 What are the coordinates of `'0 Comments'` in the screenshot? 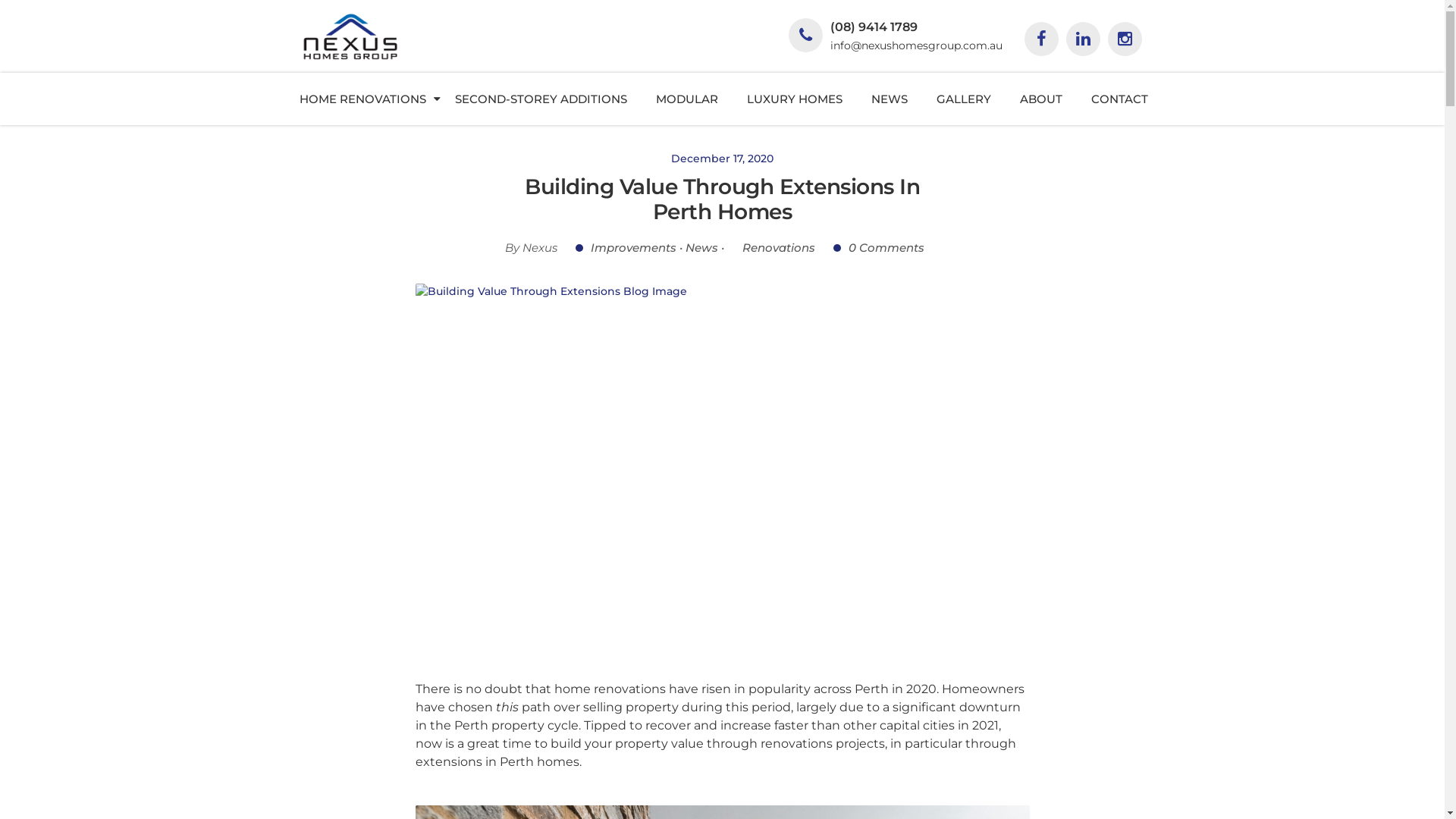 It's located at (878, 246).